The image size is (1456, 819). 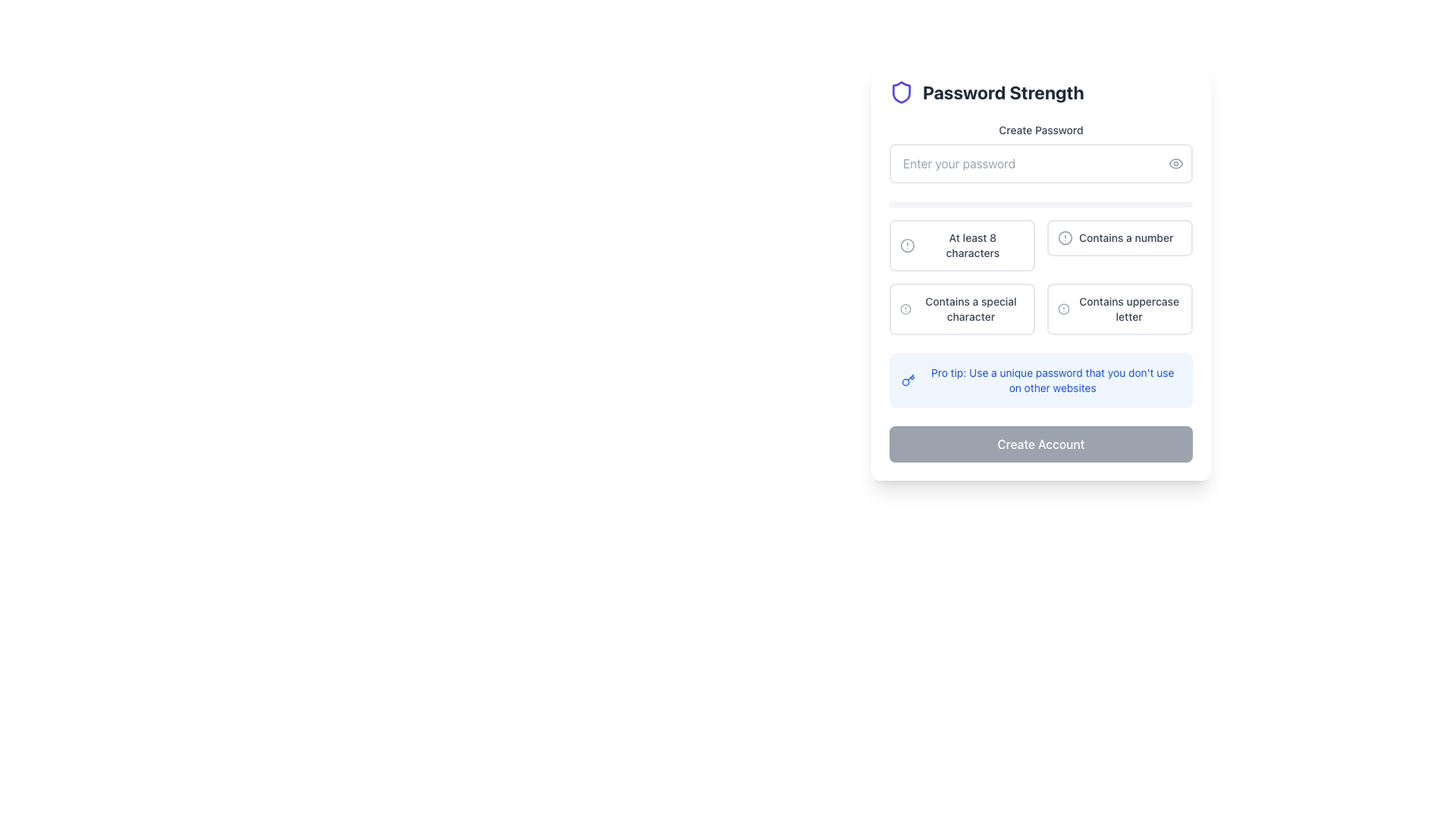 I want to click on the SVG circle element that is part of the password strength section, located to the left of the 'Contains a number' requirement text, so click(x=1065, y=237).